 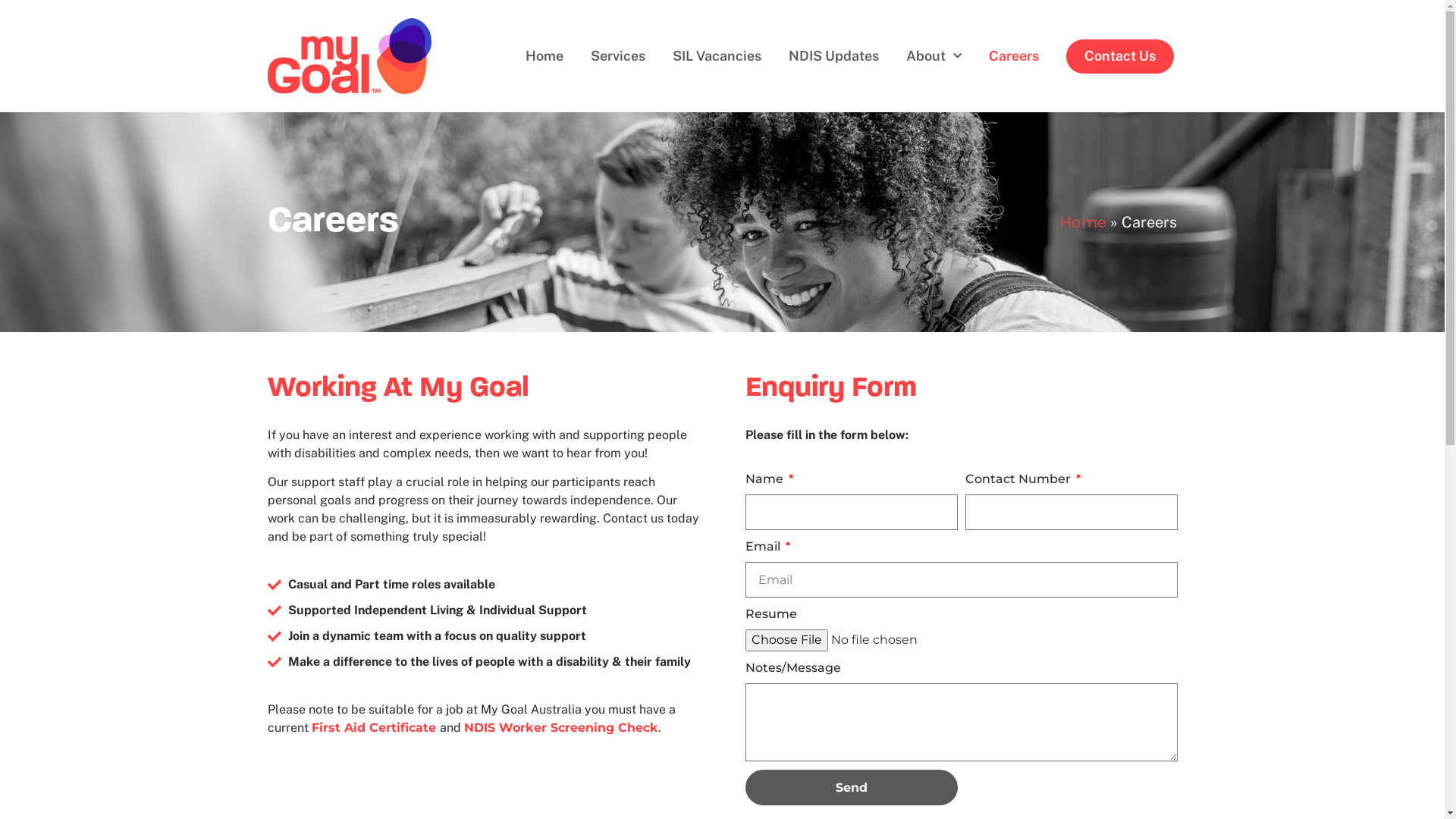 I want to click on 'Contact Us', so click(x=1120, y=55).